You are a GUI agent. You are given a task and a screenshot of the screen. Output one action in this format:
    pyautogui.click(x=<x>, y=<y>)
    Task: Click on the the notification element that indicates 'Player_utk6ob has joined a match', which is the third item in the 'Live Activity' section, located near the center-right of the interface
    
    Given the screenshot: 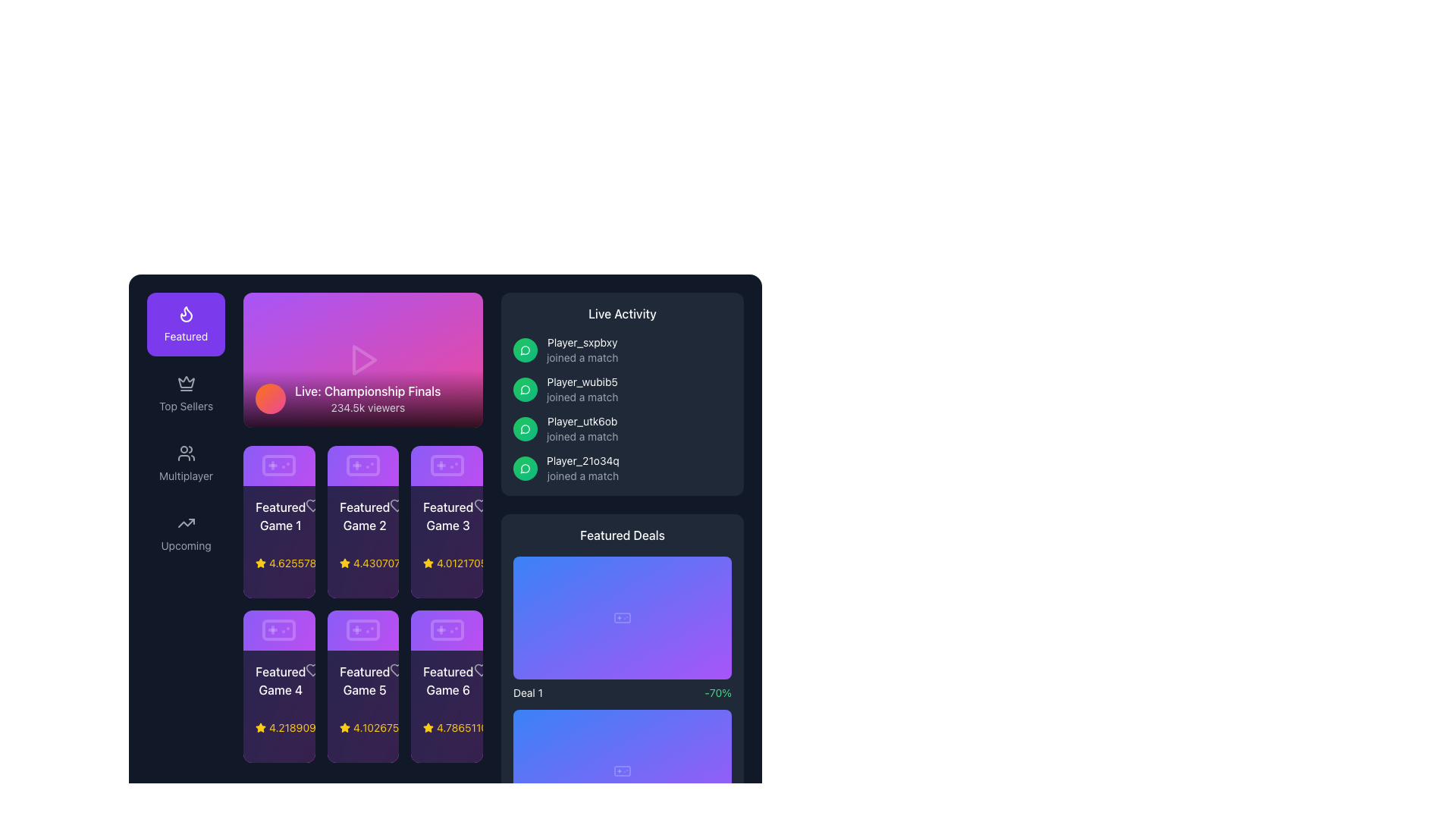 What is the action you would take?
    pyautogui.click(x=622, y=429)
    